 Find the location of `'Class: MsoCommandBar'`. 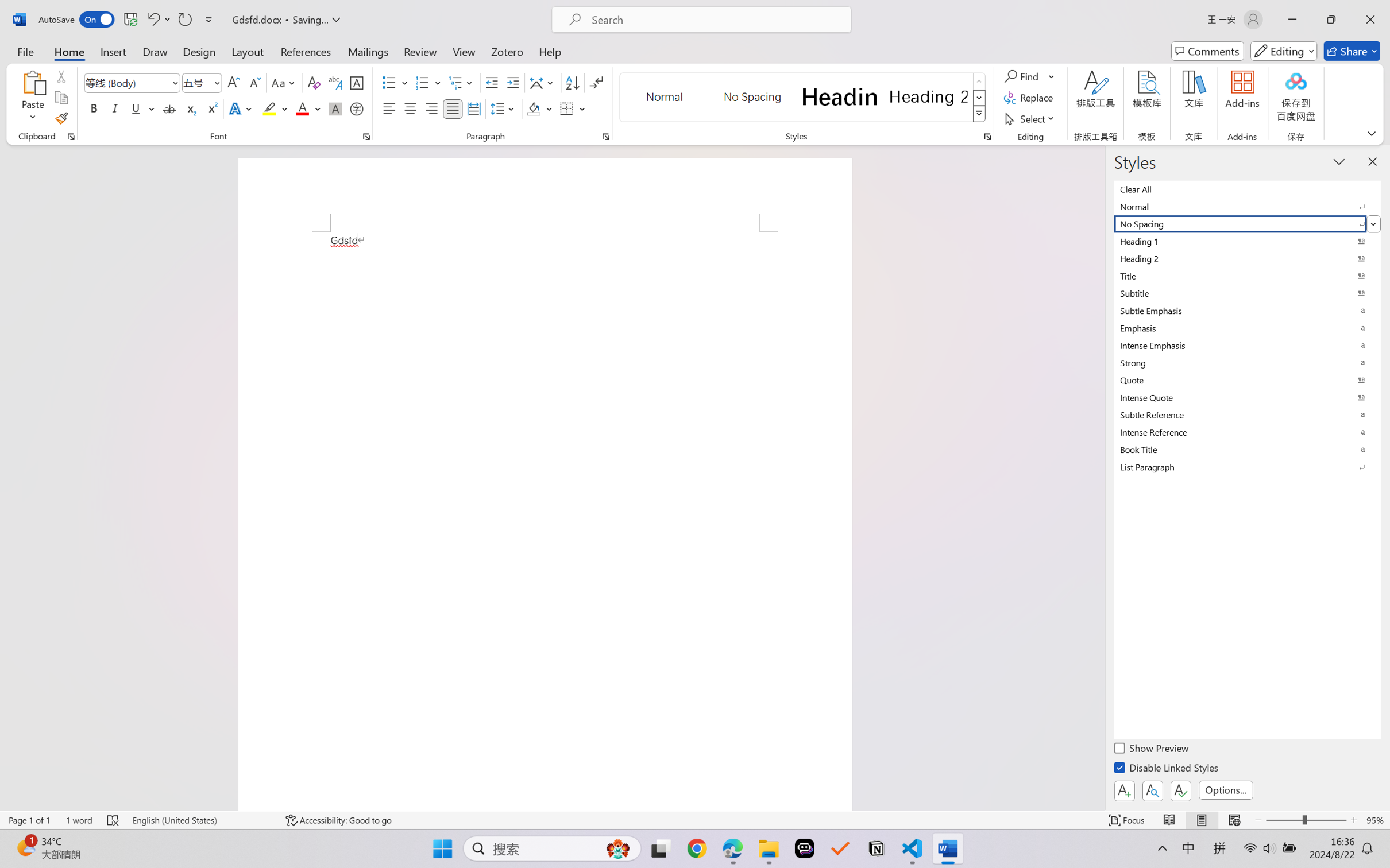

'Class: MsoCommandBar' is located at coordinates (695, 820).